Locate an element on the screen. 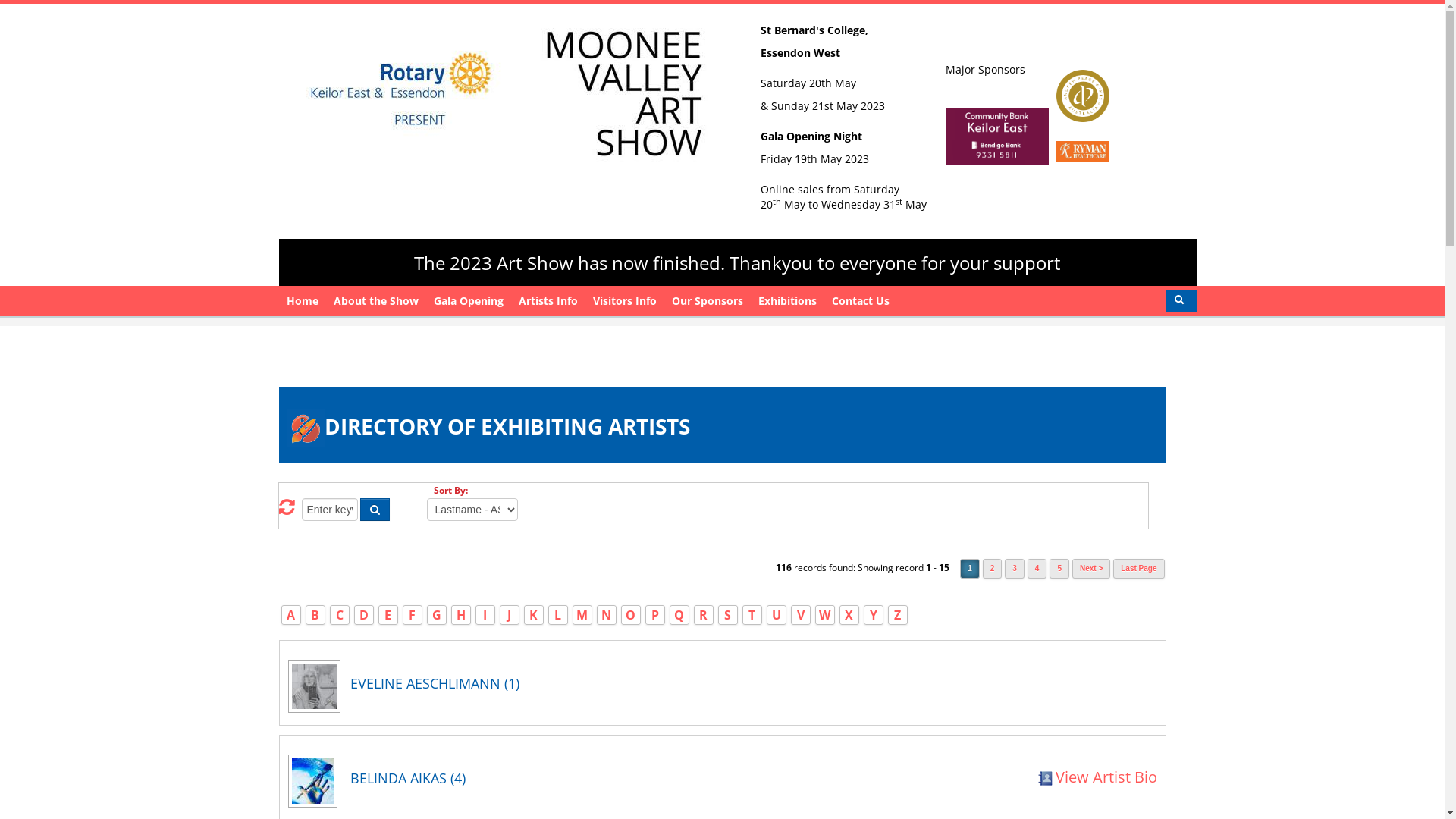 The width and height of the screenshot is (1456, 819). 'View all works by Eveline Aeschlimann' is located at coordinates (287, 691).